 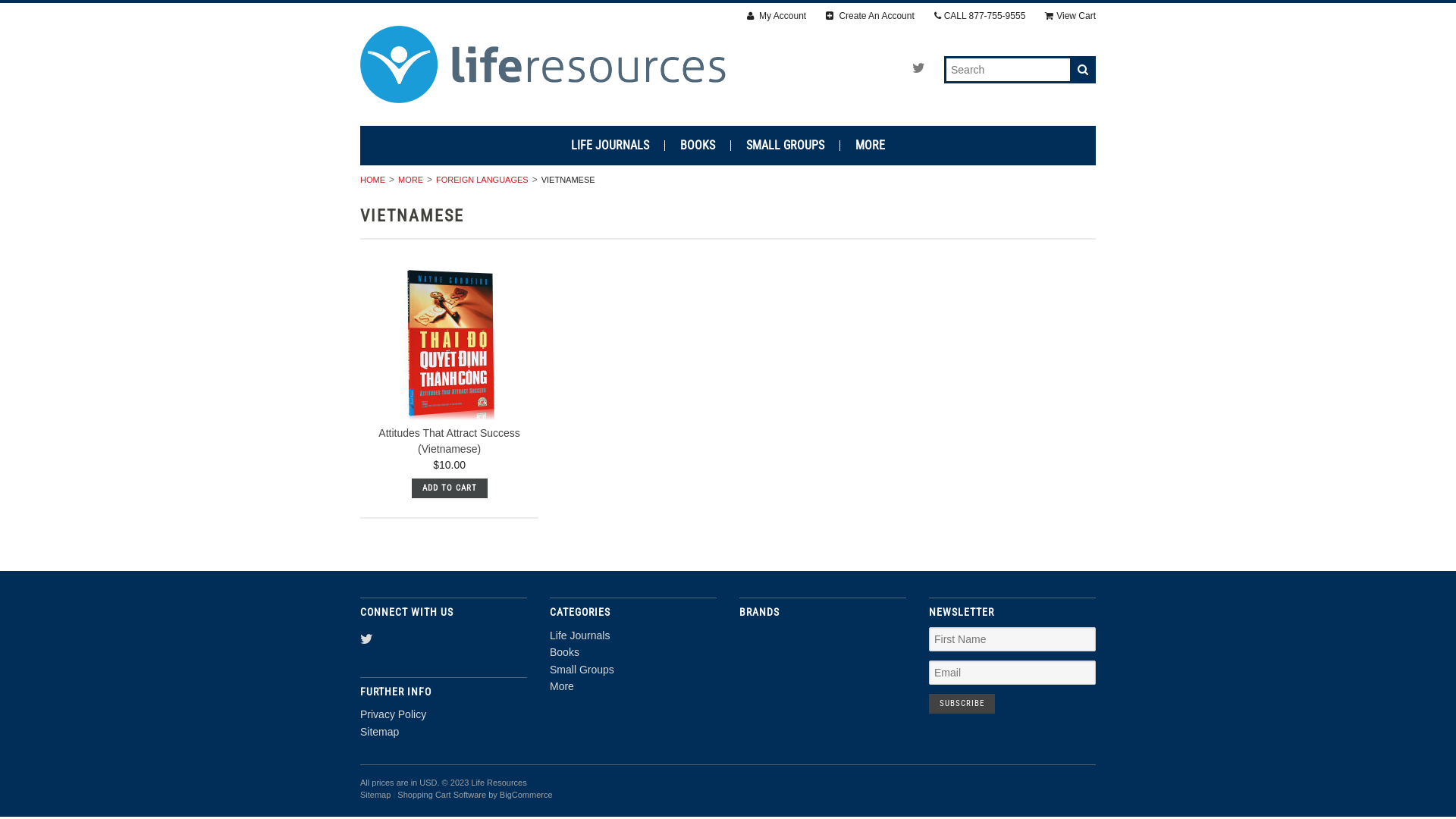 What do you see at coordinates (359, 178) in the screenshot?
I see `'HOME'` at bounding box center [359, 178].